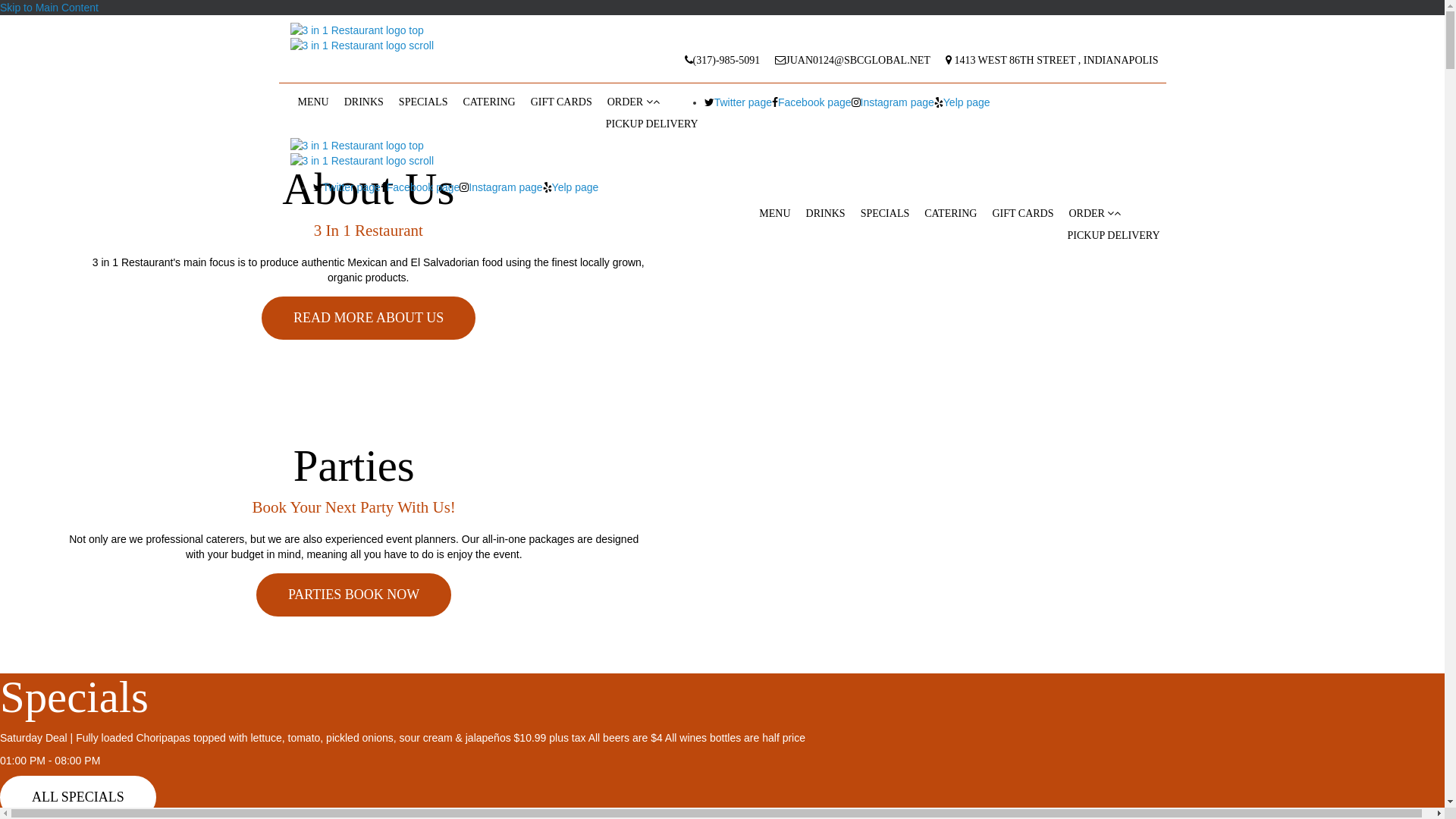 The width and height of the screenshot is (1456, 819). Describe the element at coordinates (937, 60) in the screenshot. I see `'1413 WEST 86TH STREET , INDIANAPOLIS'` at that location.